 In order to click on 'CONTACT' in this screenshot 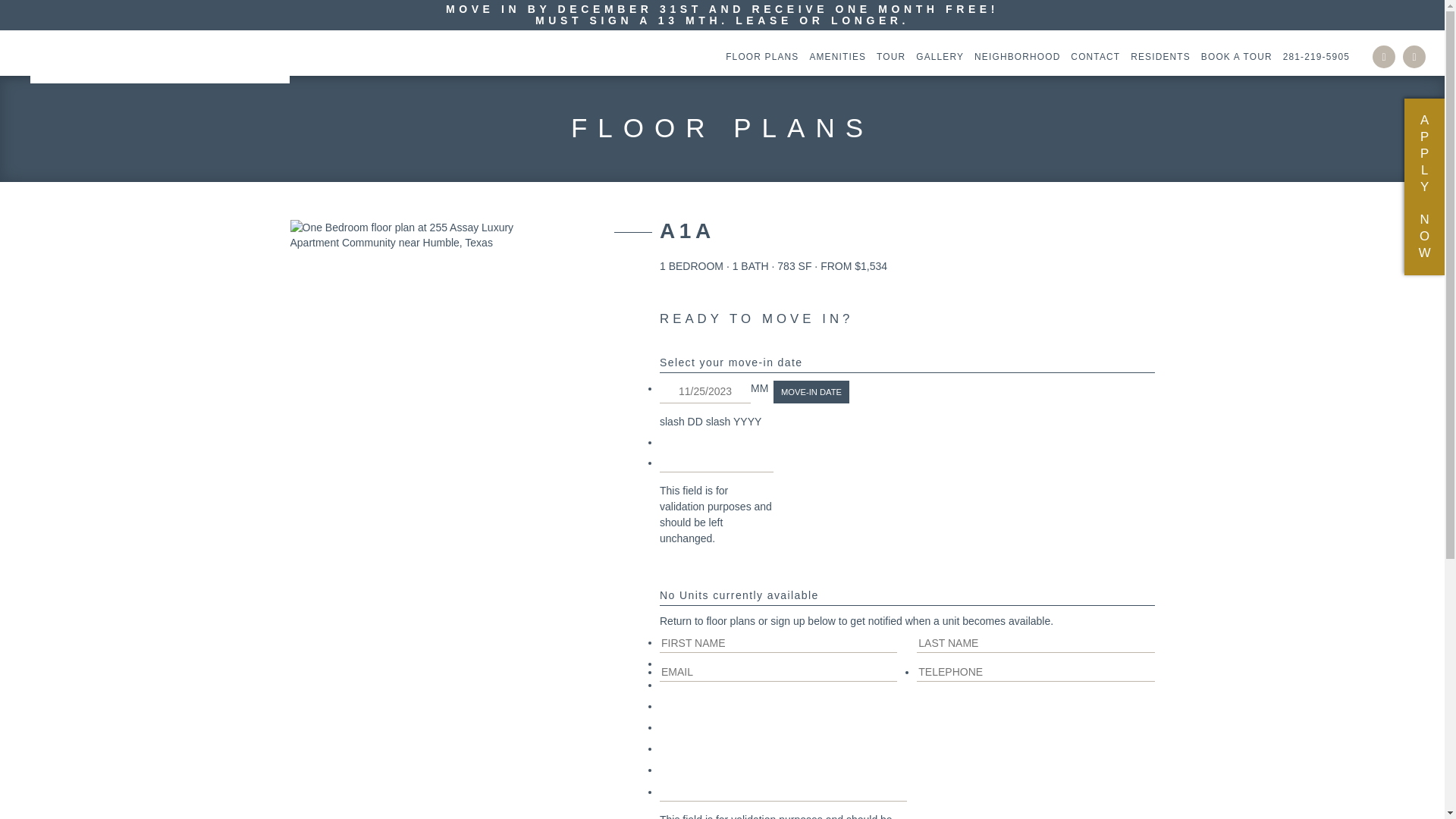, I will do `click(1090, 55)`.